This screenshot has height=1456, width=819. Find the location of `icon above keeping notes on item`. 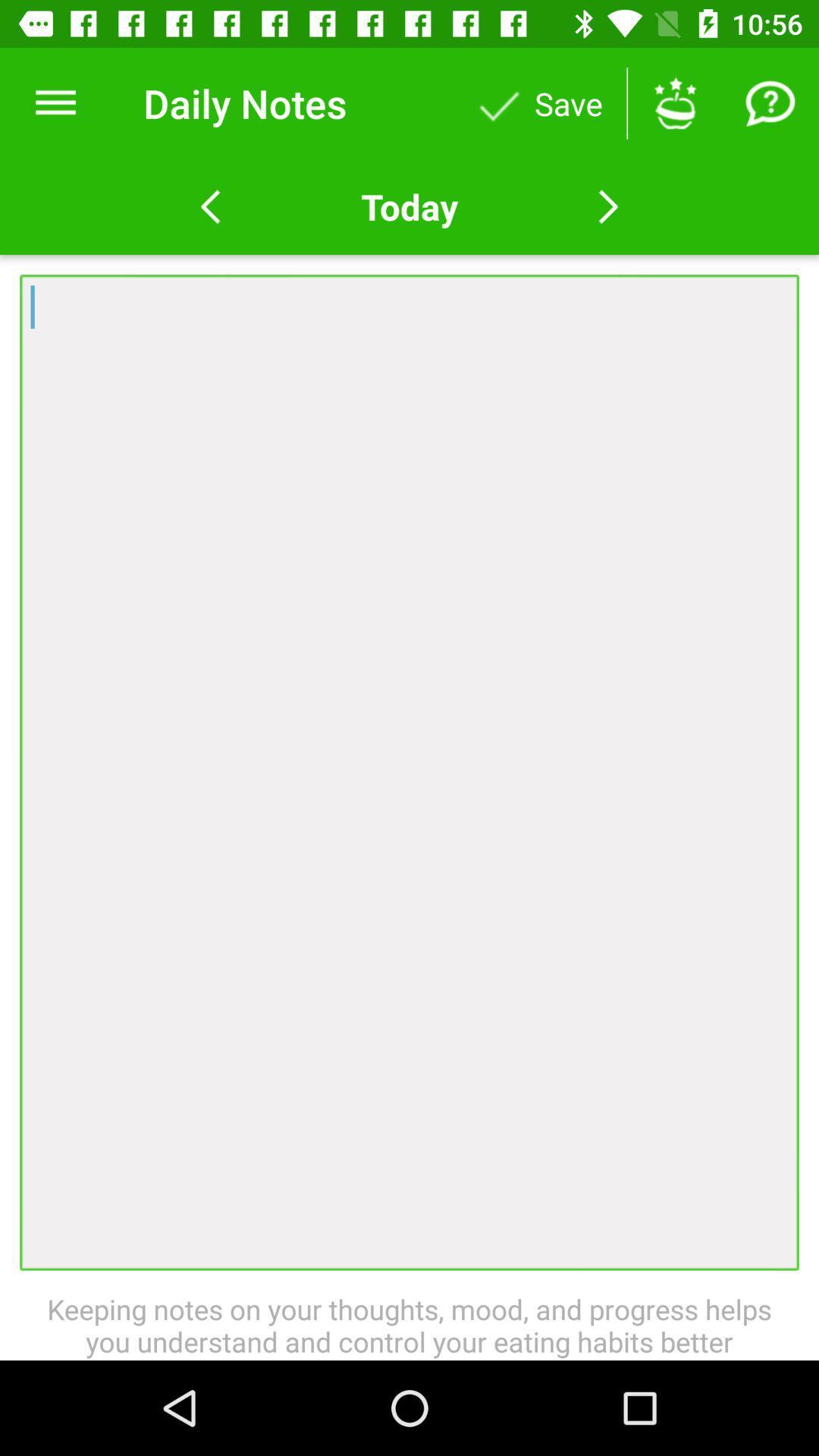

icon above keeping notes on item is located at coordinates (409, 772).